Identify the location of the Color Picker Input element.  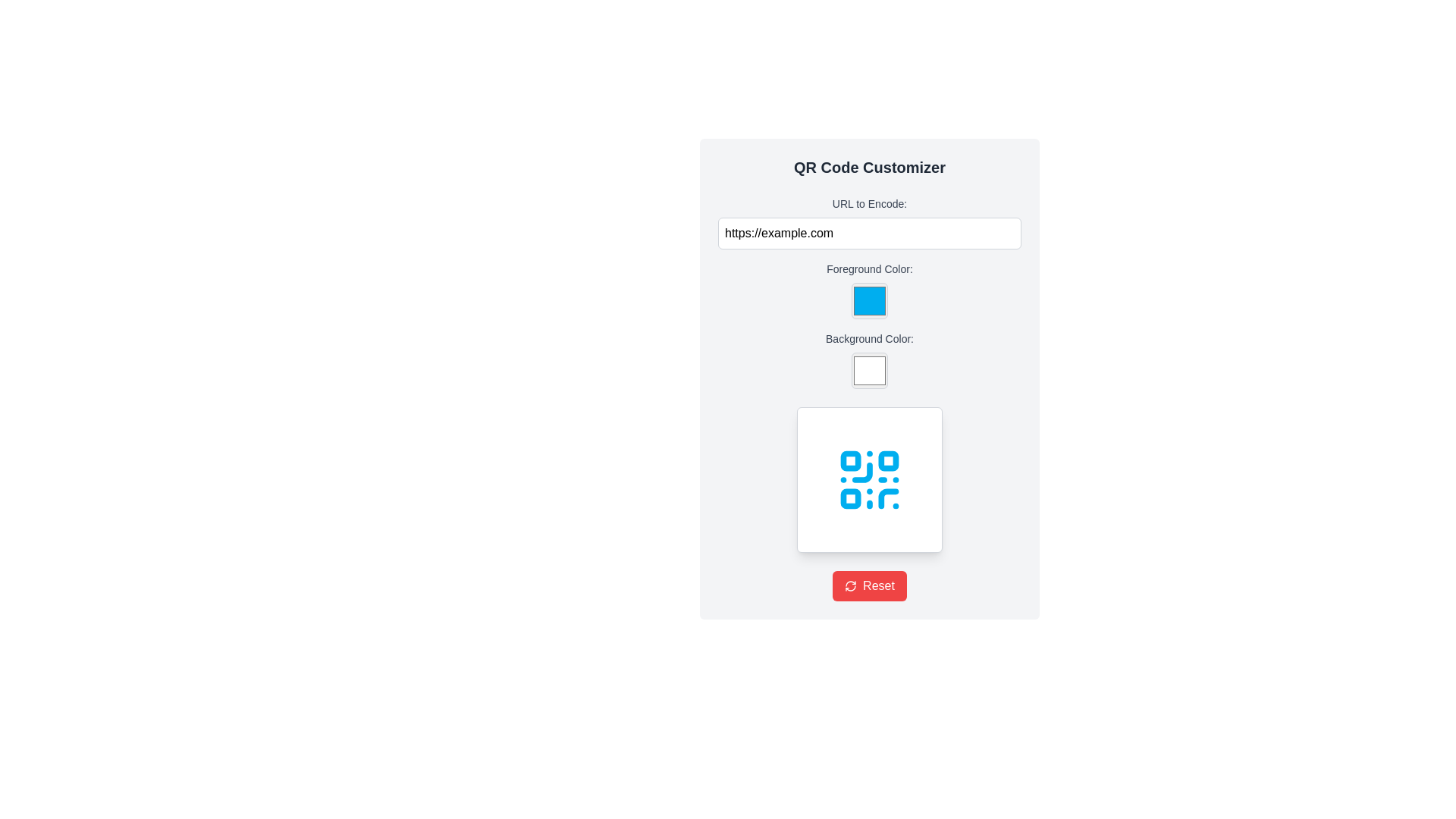
(870, 359).